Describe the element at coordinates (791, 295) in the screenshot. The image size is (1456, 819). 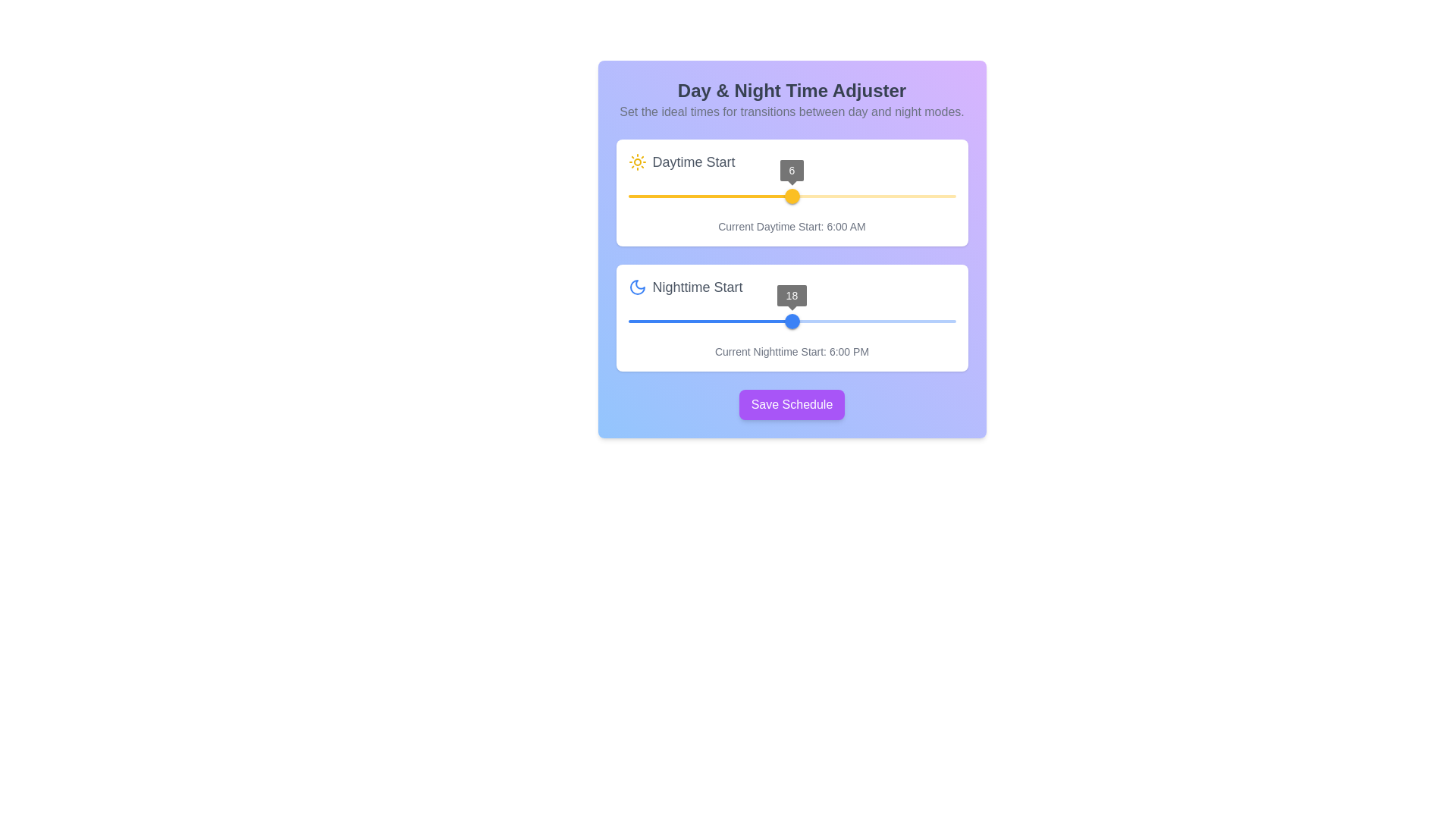
I see `the circular tooltip indicator displaying the numeric value '18' within the 'Nighttime Start' slider component, positioned above the blue slider thumb` at that location.